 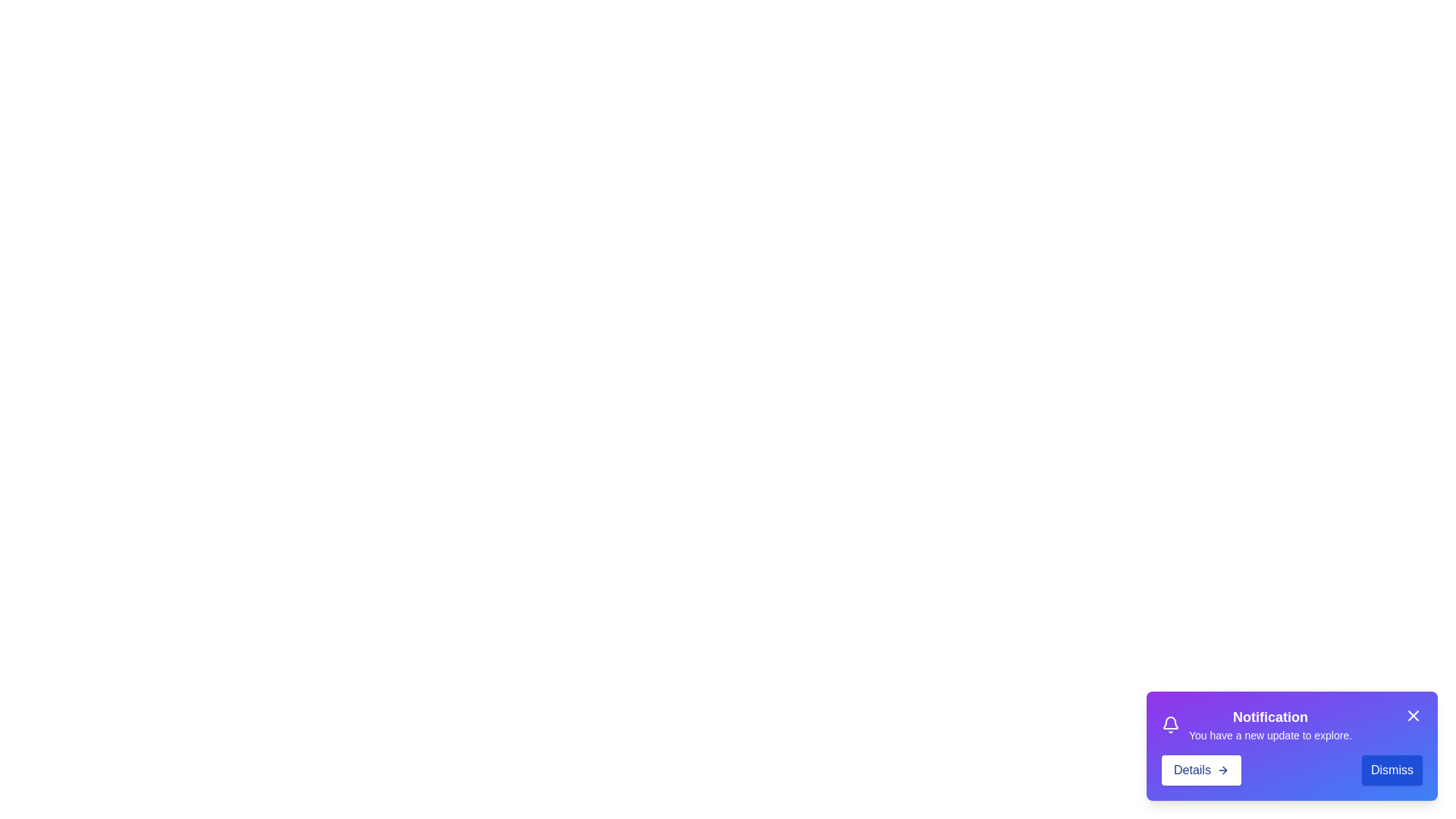 I want to click on the right-arrow icon in the 'Details' button located at the bottom-right corner of the notification popup, so click(x=1225, y=770).